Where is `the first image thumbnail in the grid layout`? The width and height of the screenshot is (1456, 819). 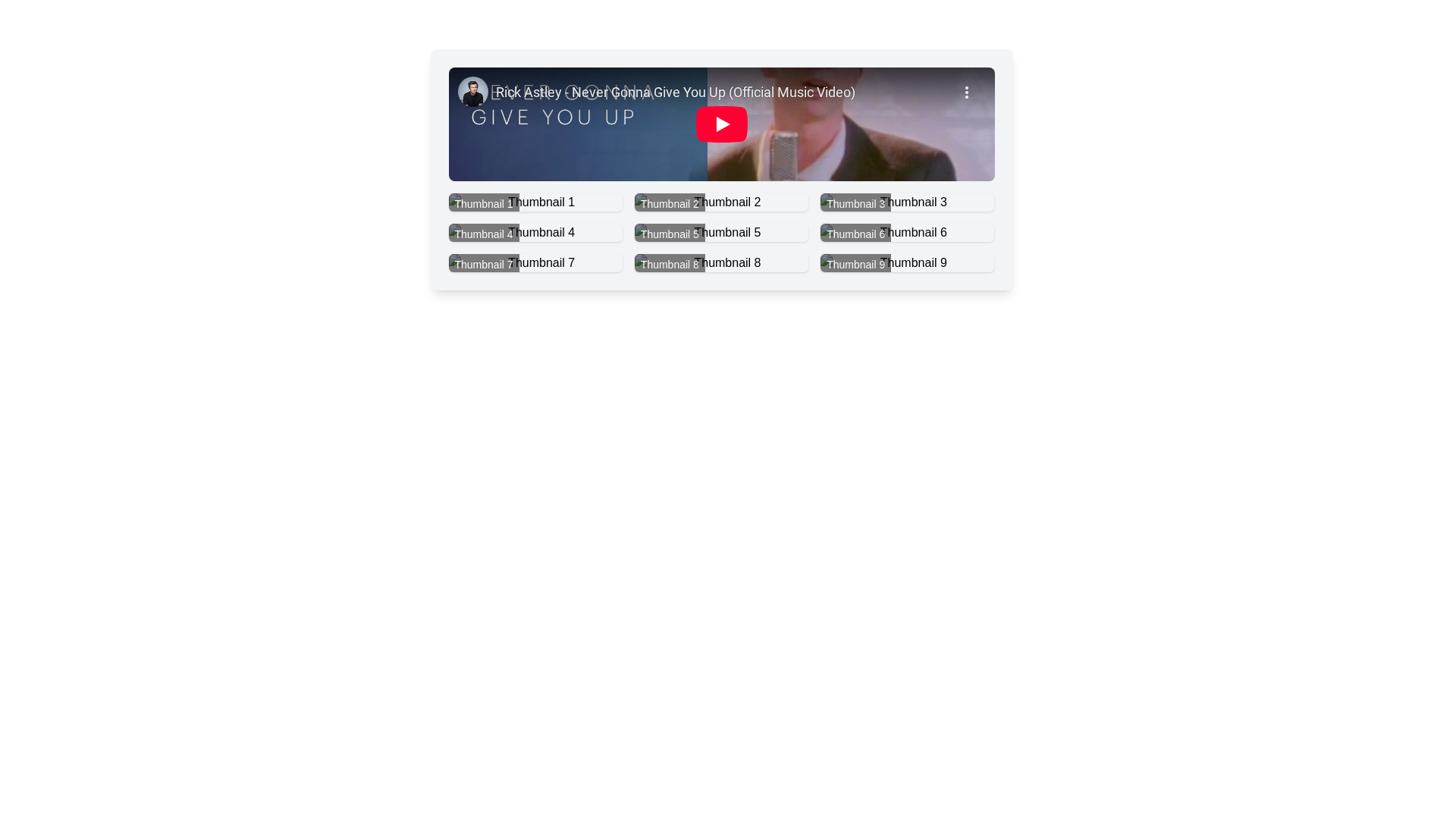 the first image thumbnail in the grid layout is located at coordinates (535, 201).